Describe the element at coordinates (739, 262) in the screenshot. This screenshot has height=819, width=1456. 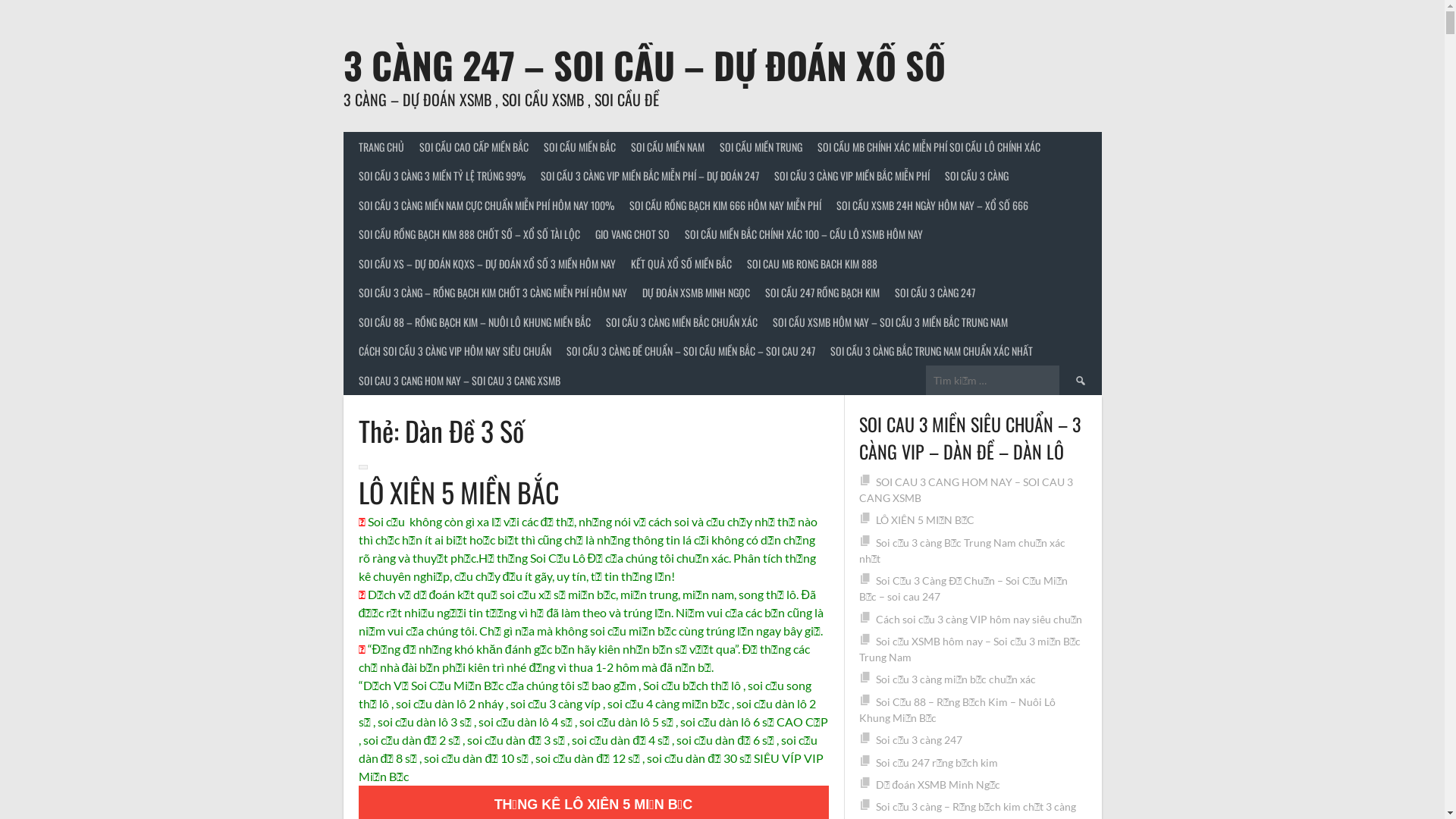
I see `'SOI CAU MB RONG BACH KIM 888'` at that location.